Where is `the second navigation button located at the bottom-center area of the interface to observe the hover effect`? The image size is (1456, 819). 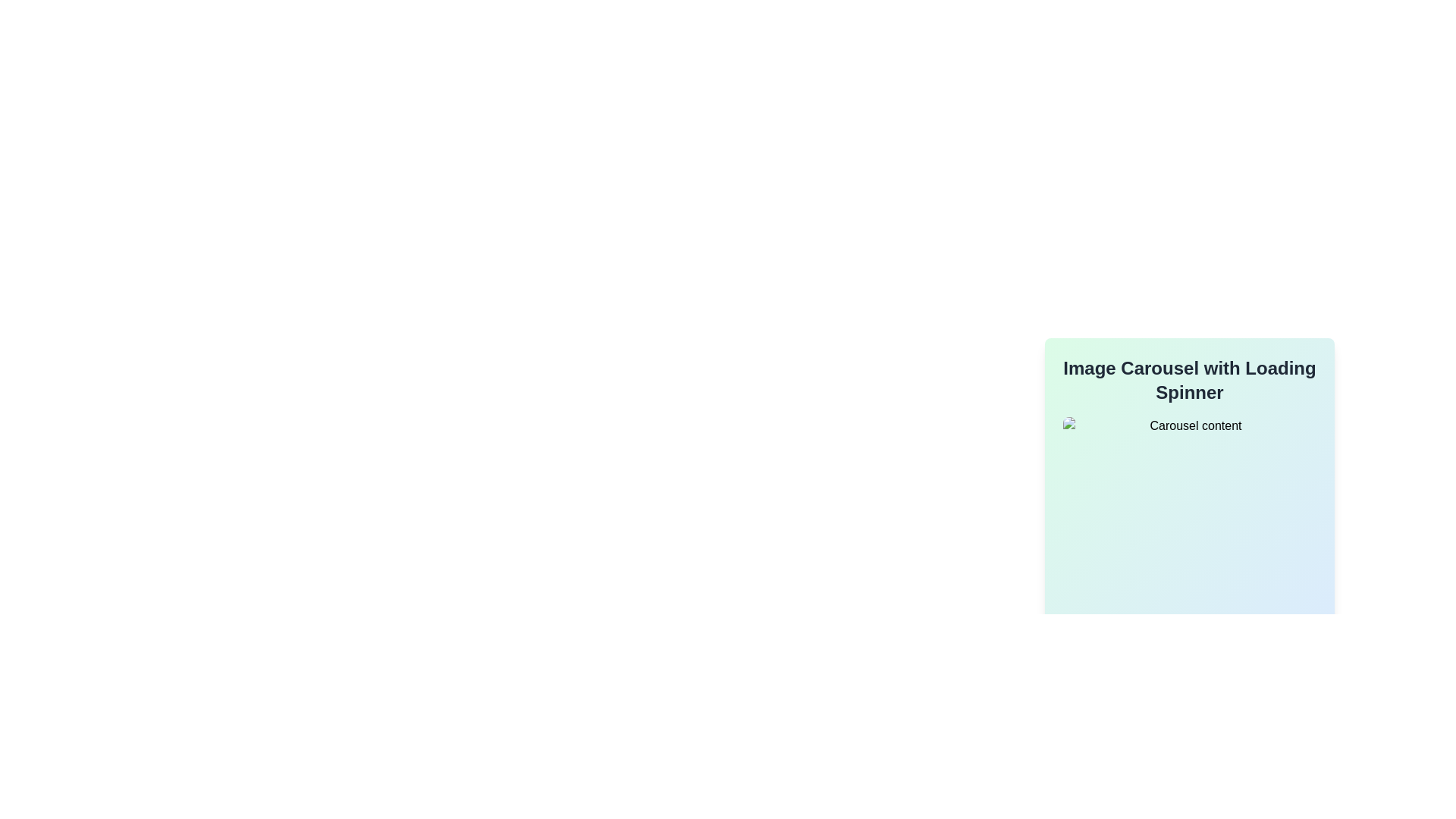 the second navigation button located at the bottom-center area of the interface to observe the hover effect is located at coordinates (1239, 638).